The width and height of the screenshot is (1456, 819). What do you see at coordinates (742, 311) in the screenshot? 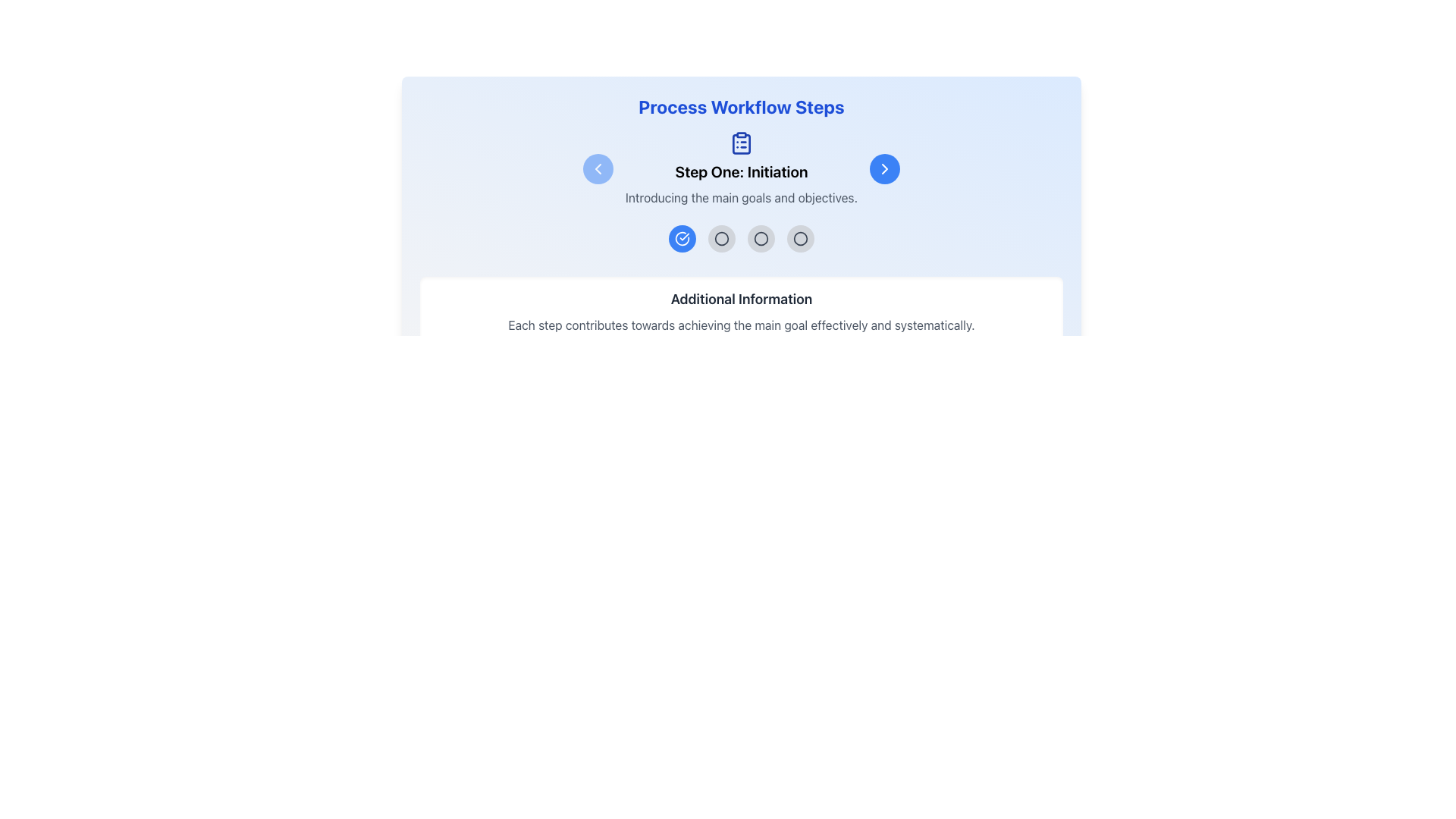
I see `the Informational Panel that contains the text 'Additional Information' and provides descriptions about the workflow steps` at bounding box center [742, 311].